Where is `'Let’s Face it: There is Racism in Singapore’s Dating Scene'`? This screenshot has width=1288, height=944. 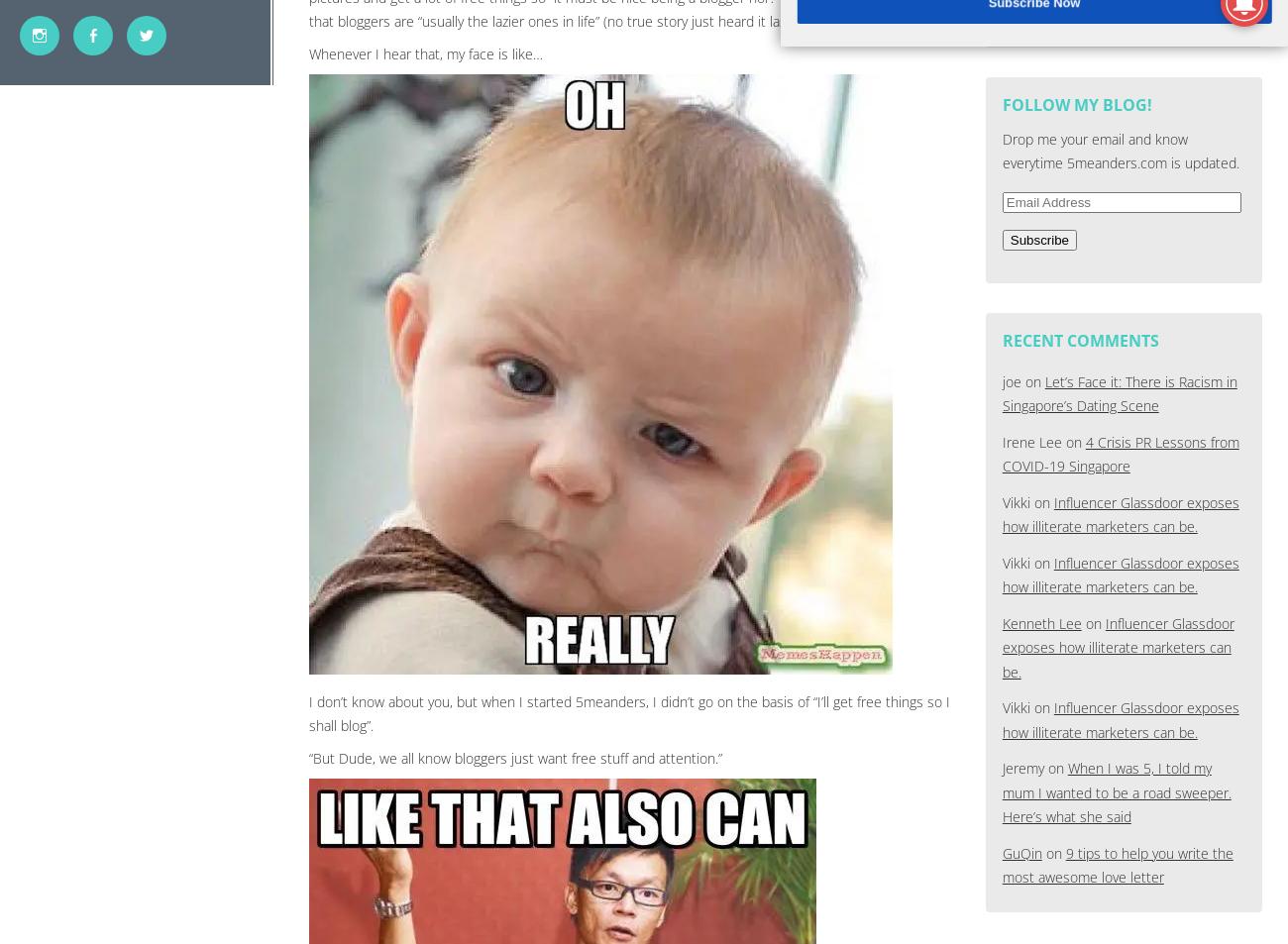
'Let’s Face it: There is Racism in Singapore’s Dating Scene' is located at coordinates (1001, 392).